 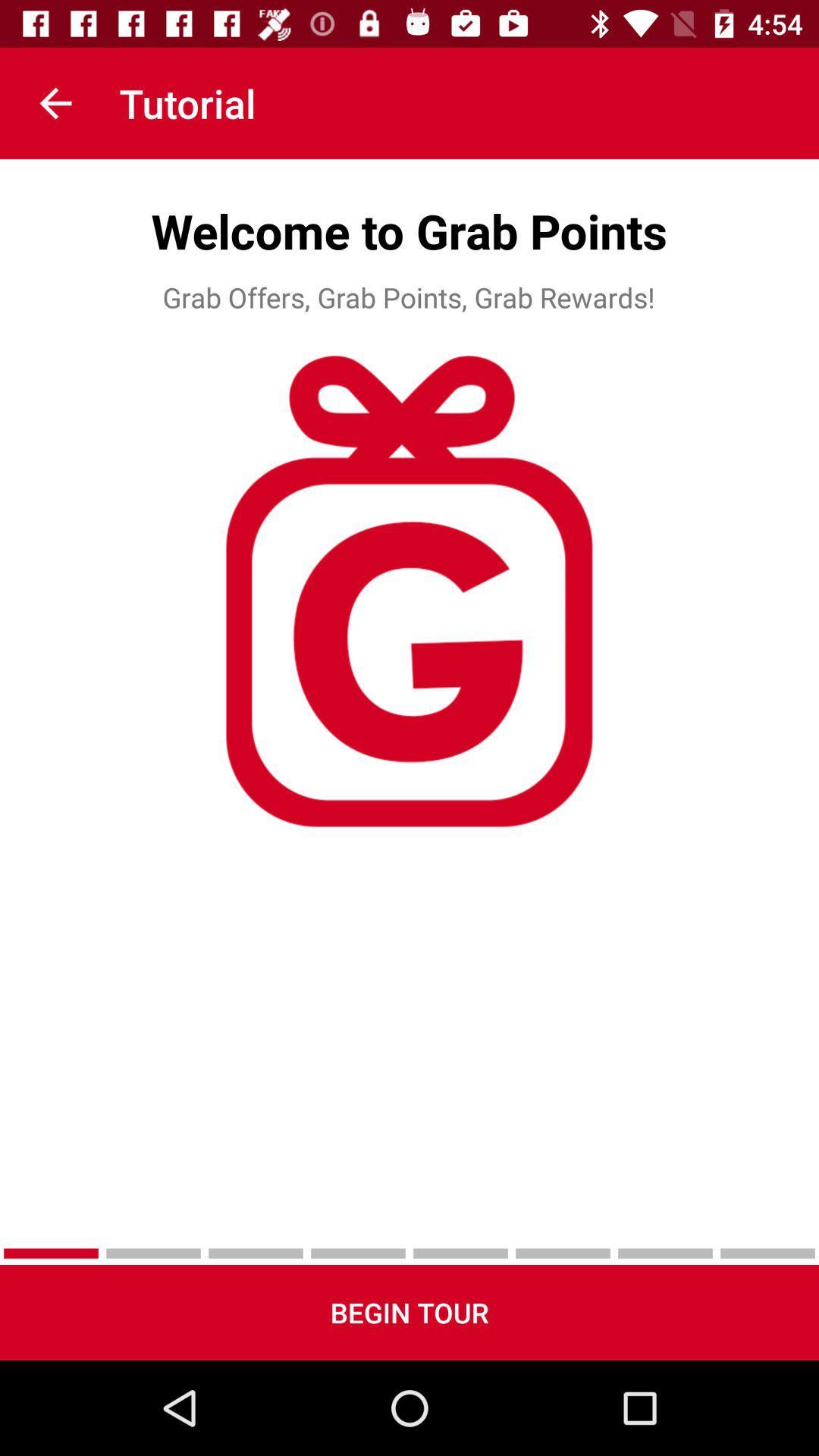 What do you see at coordinates (409, 1312) in the screenshot?
I see `begin tour item` at bounding box center [409, 1312].